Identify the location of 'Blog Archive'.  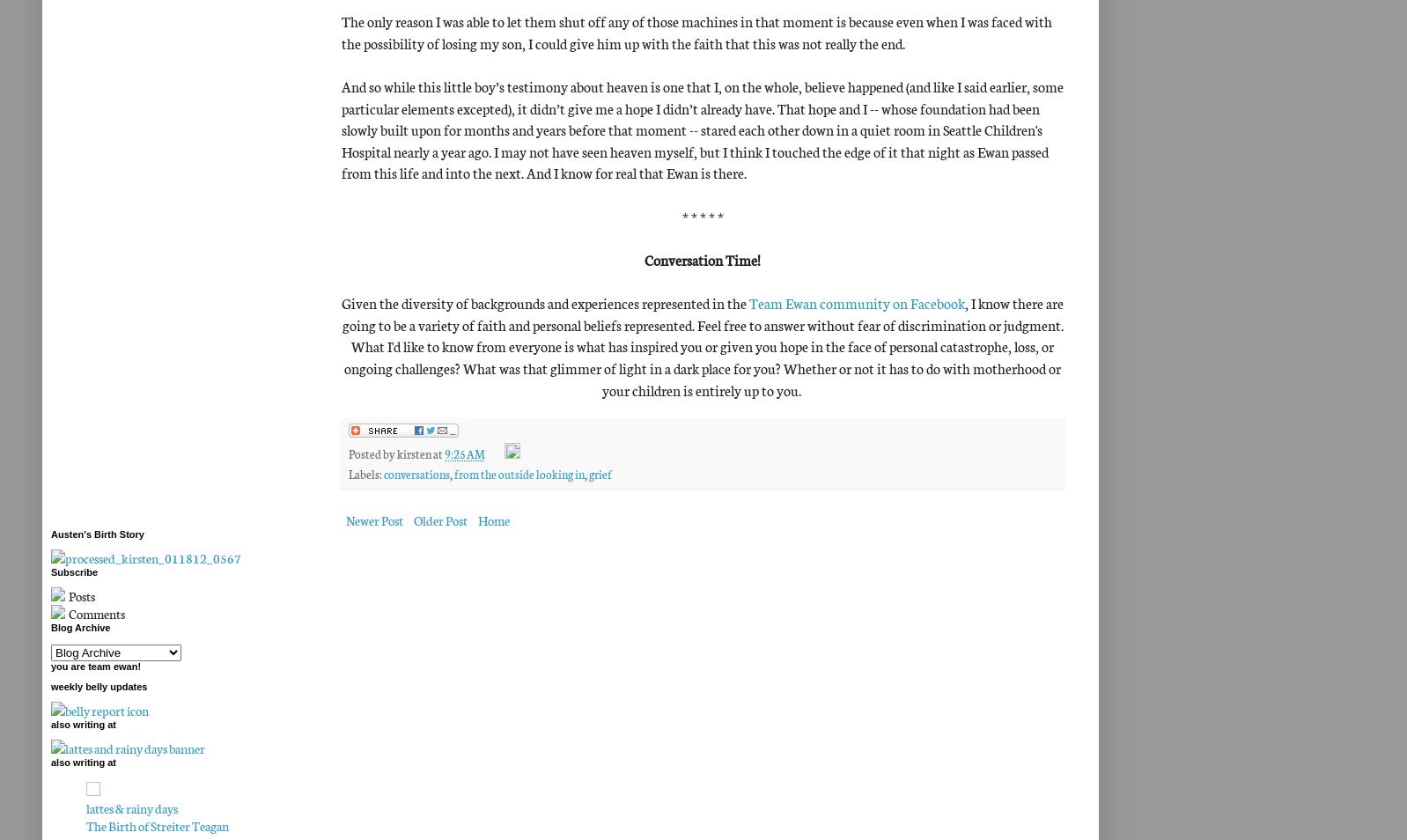
(79, 627).